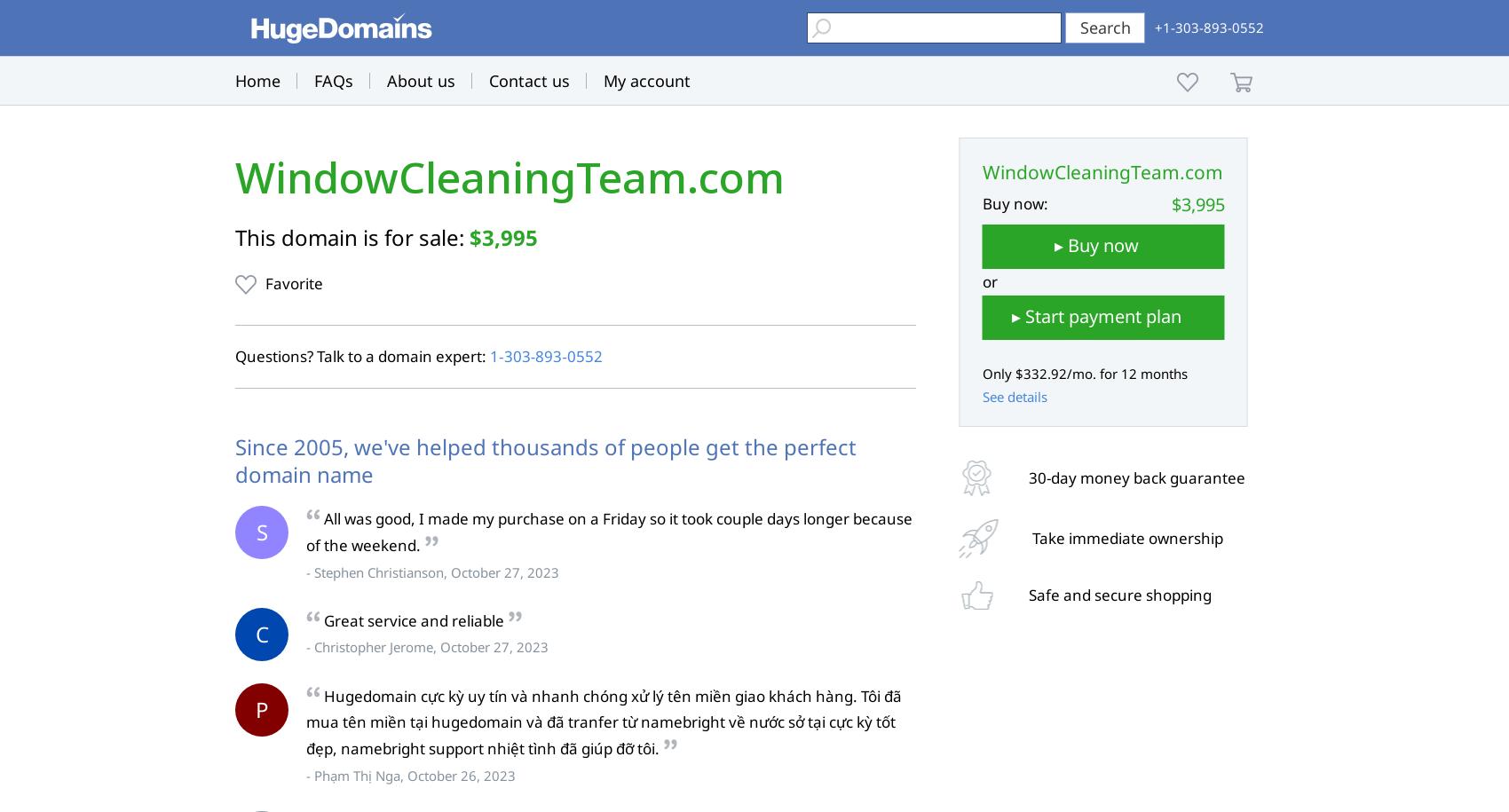 Image resolution: width=1509 pixels, height=812 pixels. I want to click on 'Search', so click(1103, 28).